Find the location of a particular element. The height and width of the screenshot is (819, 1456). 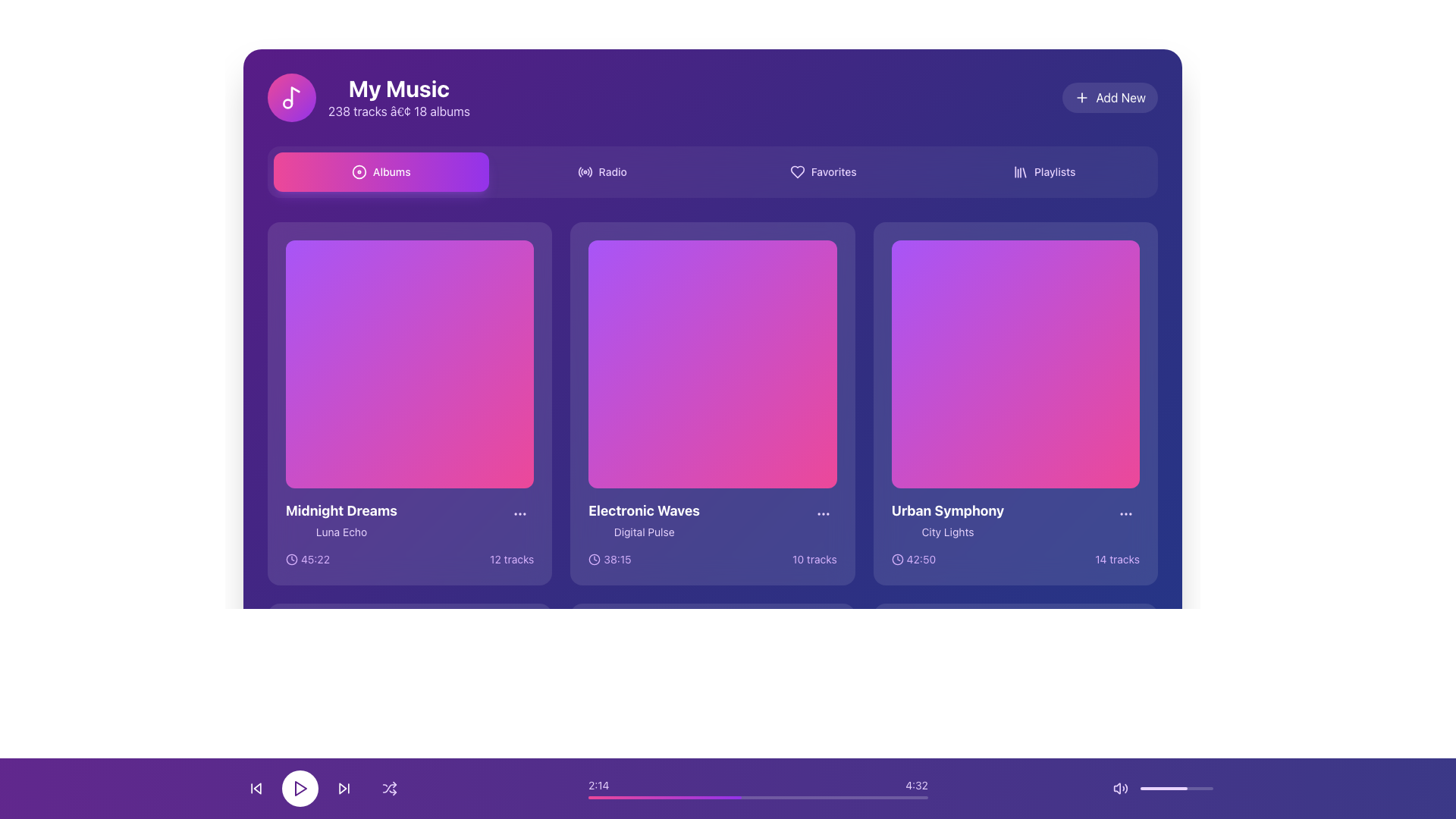

the button icon with three vertically aligned dots located at the top-right corner of the 'Urban Symphony - City Lights' card to show context-specific features is located at coordinates (1125, 513).